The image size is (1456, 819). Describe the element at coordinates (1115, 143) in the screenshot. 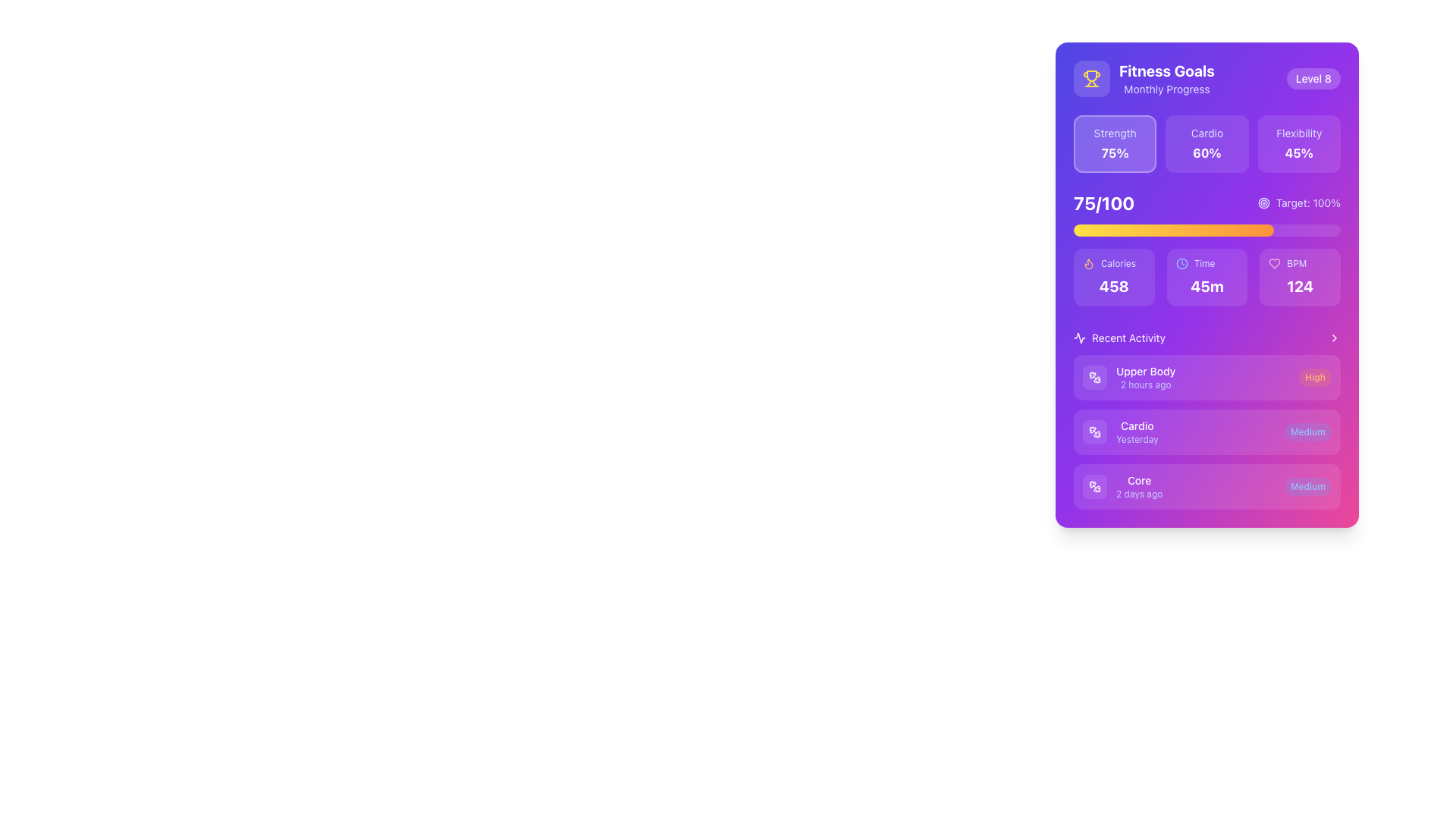

I see `the strength metric card in the fitness dashboard, which is the first card located at the top-left corner of the grid` at that location.